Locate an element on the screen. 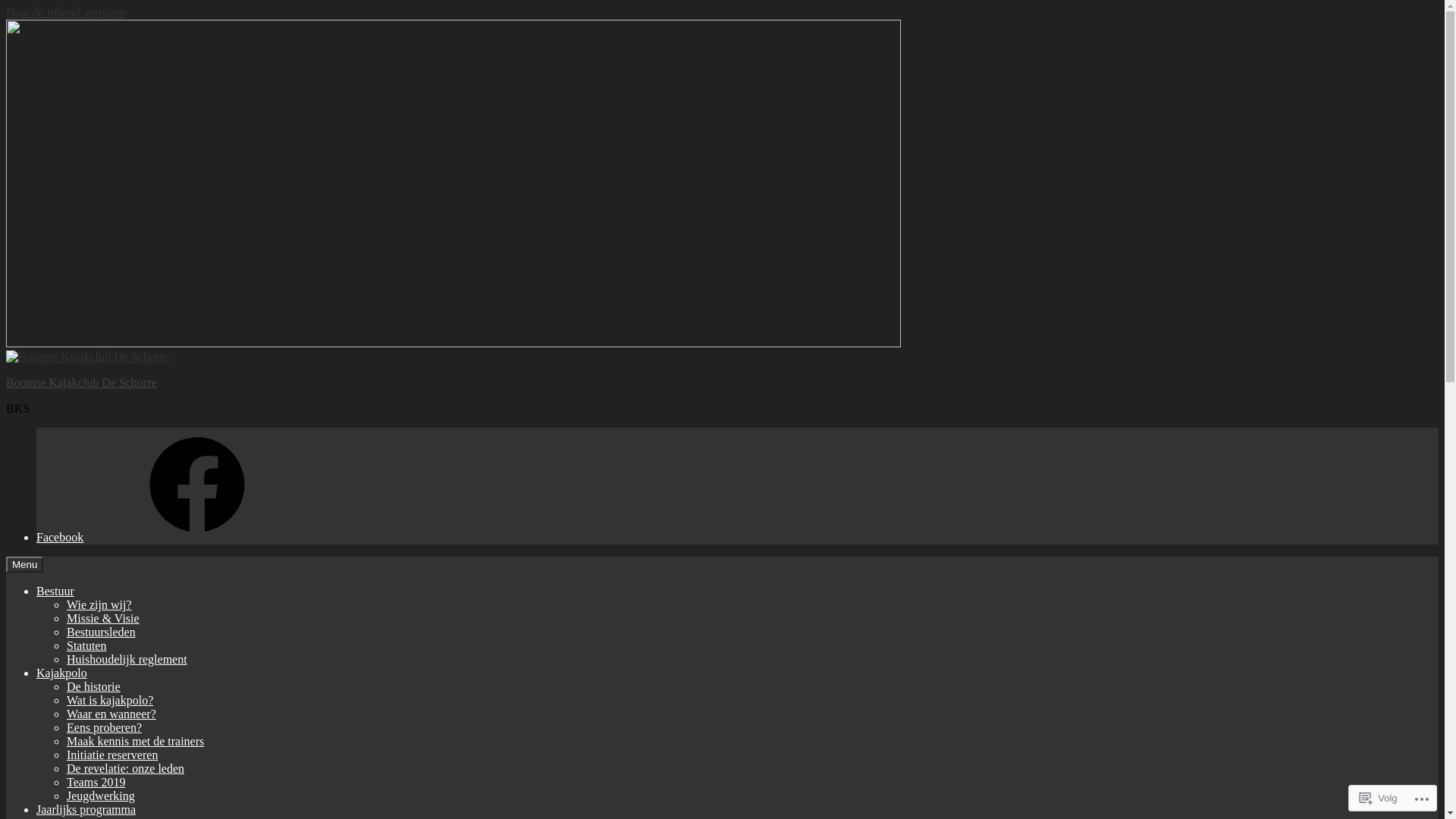 The width and height of the screenshot is (1456, 819). 'Naar de inhoud springen' is located at coordinates (64, 12).